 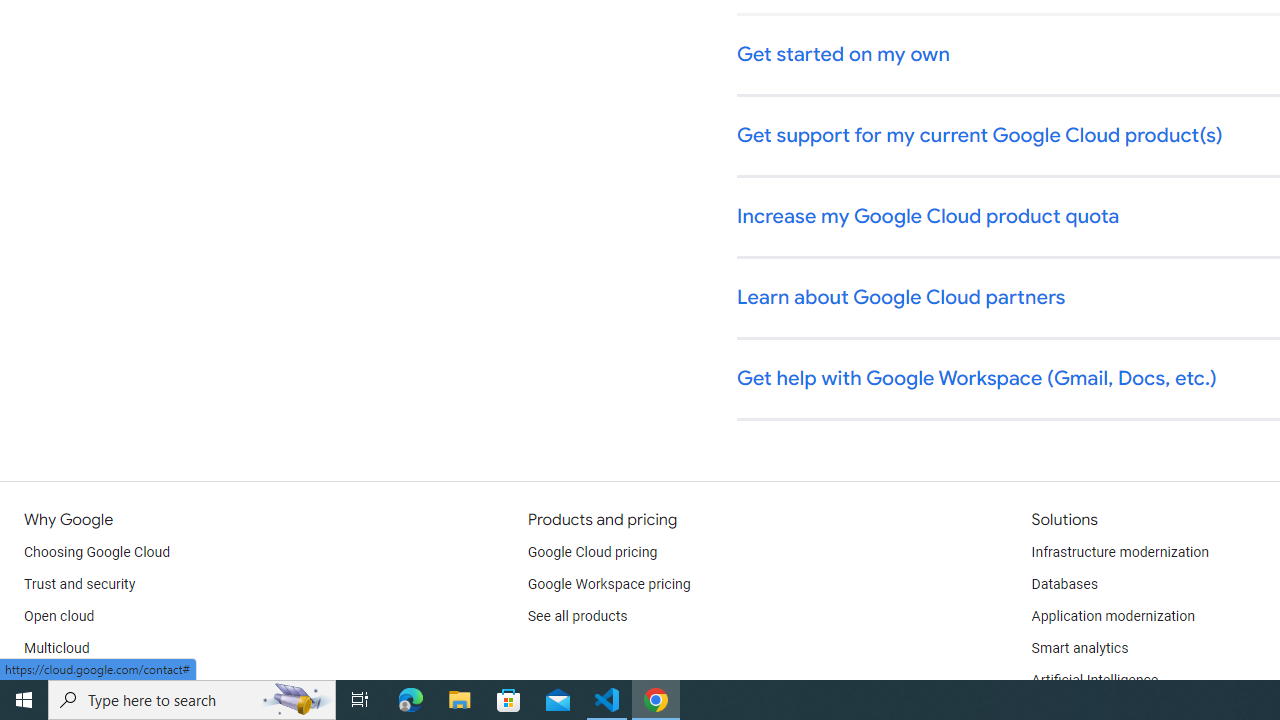 What do you see at coordinates (1111, 616) in the screenshot?
I see `'Application modernization'` at bounding box center [1111, 616].